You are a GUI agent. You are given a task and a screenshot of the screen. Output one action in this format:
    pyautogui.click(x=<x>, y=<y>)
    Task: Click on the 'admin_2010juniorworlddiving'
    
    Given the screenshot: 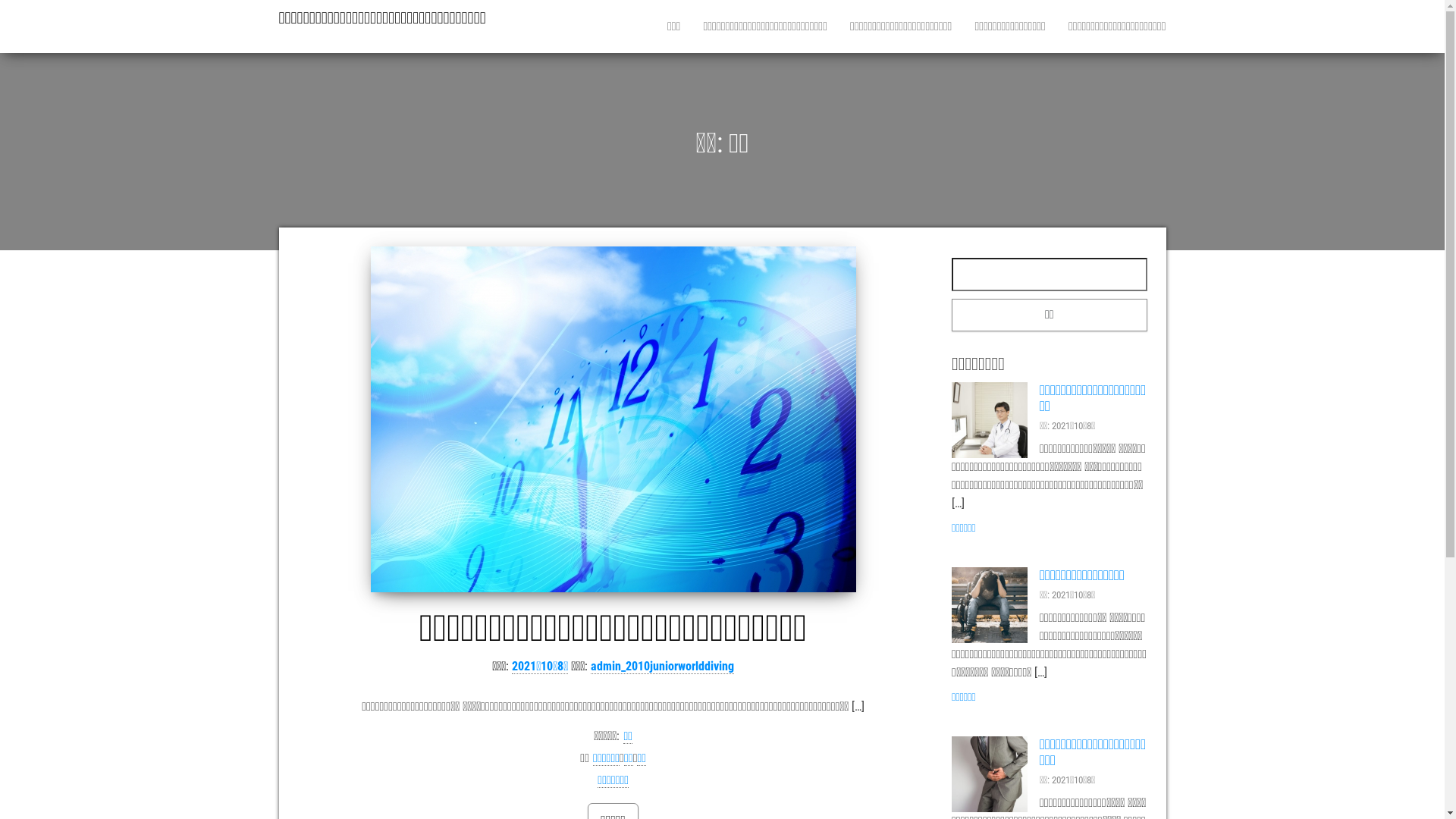 What is the action you would take?
    pyautogui.click(x=662, y=666)
    